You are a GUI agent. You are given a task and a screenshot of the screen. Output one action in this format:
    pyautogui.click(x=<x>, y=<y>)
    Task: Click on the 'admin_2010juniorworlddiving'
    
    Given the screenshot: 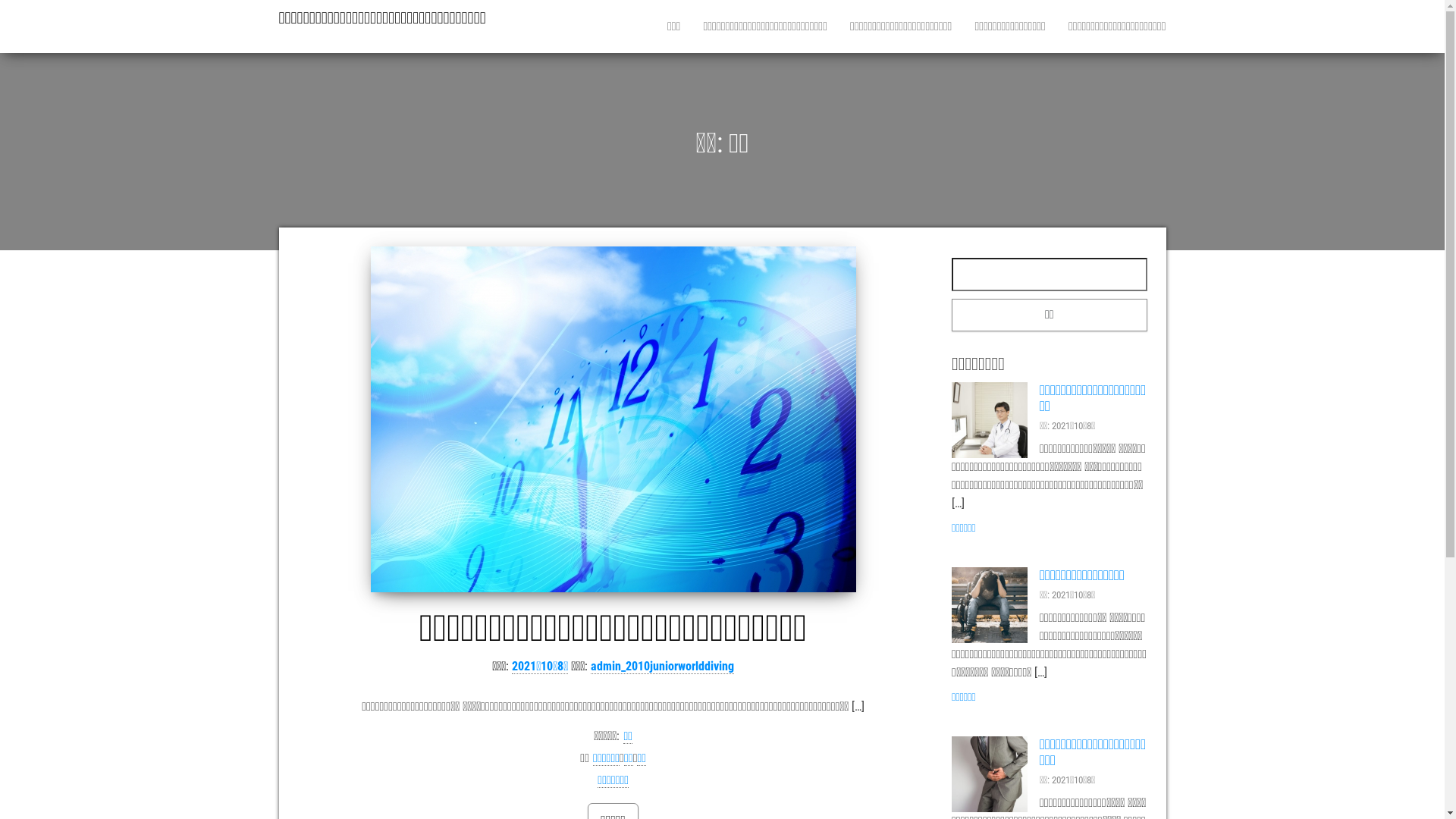 What is the action you would take?
    pyautogui.click(x=662, y=666)
    